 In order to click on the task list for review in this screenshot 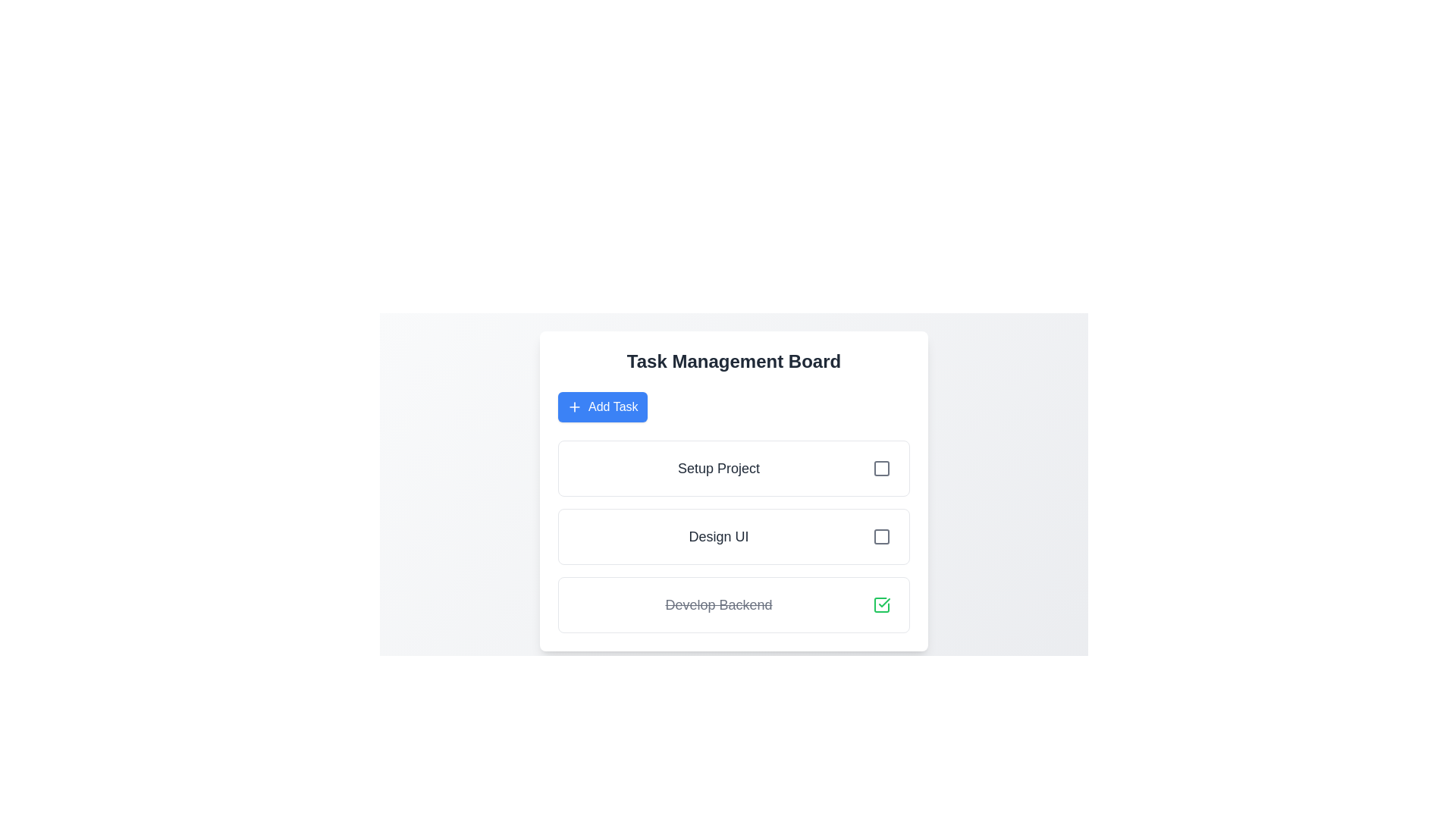, I will do `click(557, 441)`.